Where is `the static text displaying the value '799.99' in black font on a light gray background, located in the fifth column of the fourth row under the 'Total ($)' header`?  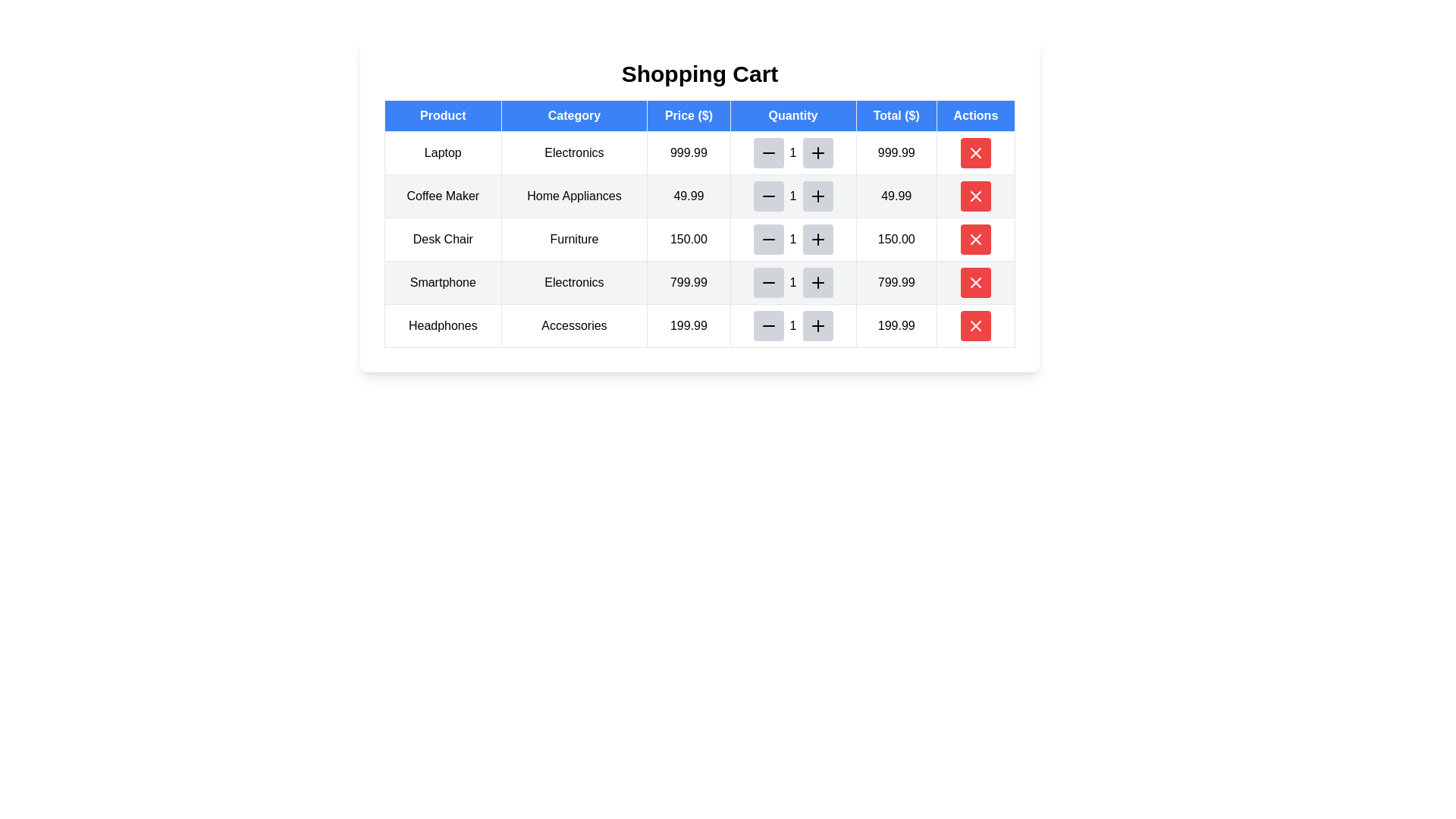 the static text displaying the value '799.99' in black font on a light gray background, located in the fifth column of the fourth row under the 'Total ($)' header is located at coordinates (896, 283).